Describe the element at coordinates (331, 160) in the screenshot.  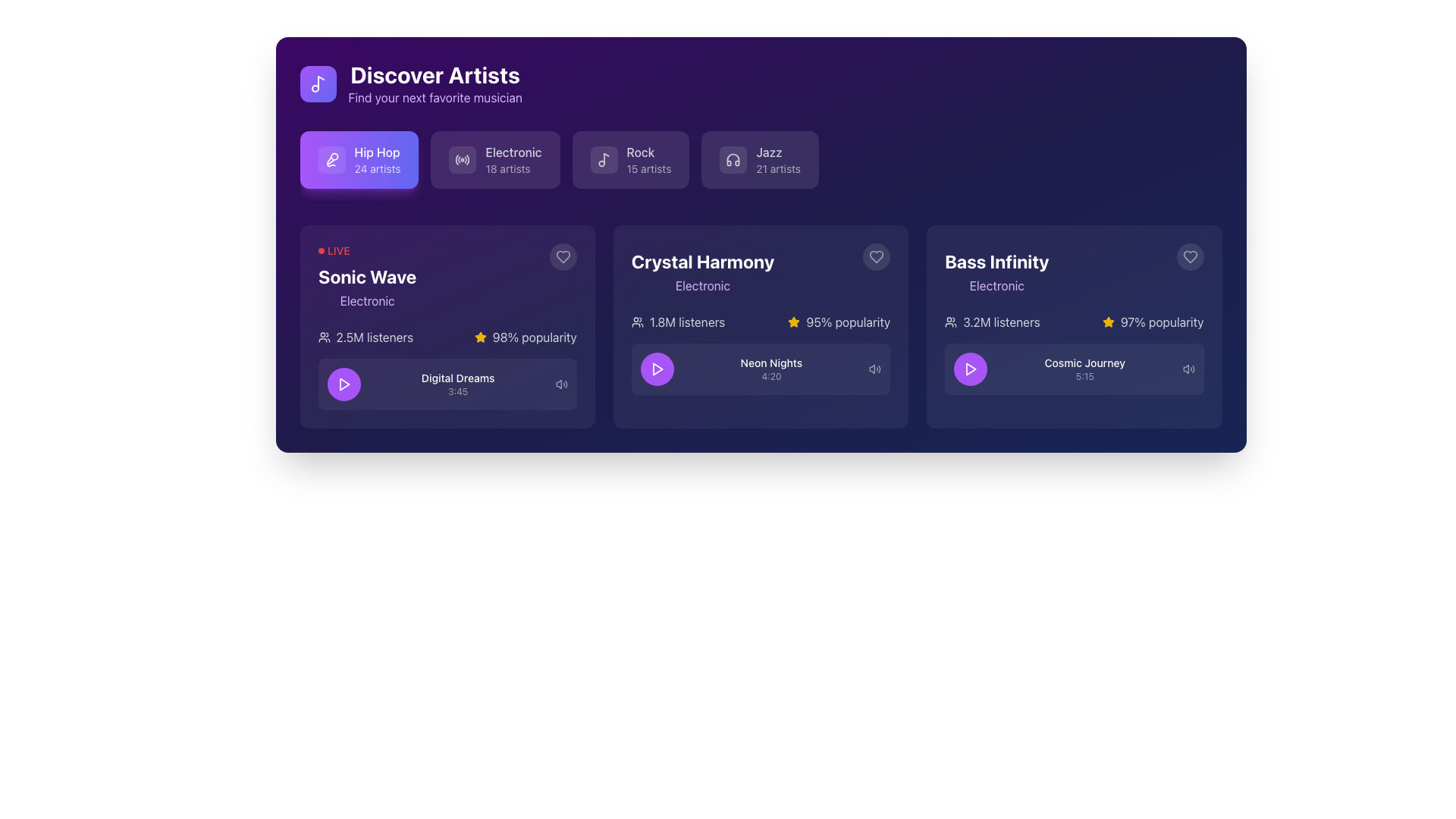
I see `the microphone icon representing the 'Hip Hop' category, located within the purple rounded rectangle adjacent to the text label 'Hip Hop'` at that location.